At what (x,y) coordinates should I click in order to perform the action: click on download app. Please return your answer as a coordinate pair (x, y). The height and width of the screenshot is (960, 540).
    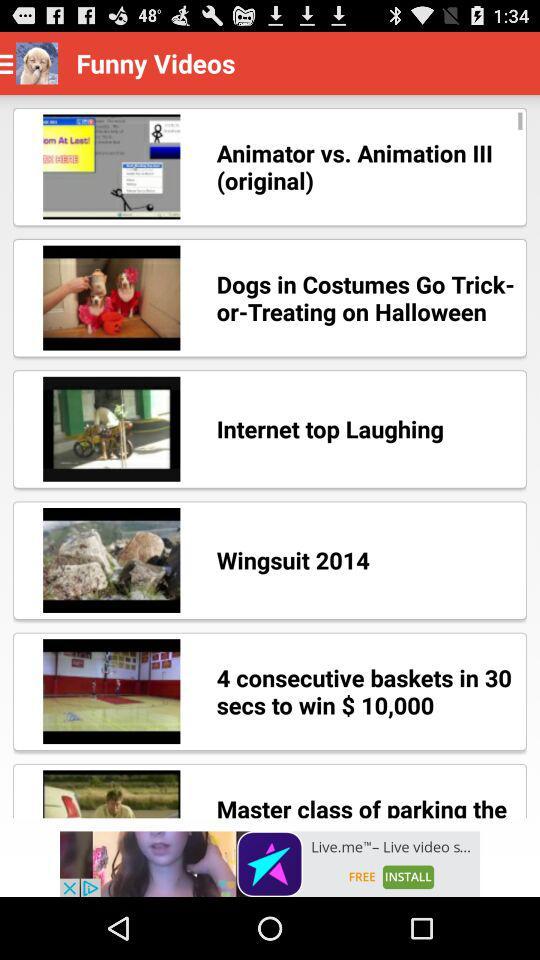
    Looking at the image, I should click on (270, 863).